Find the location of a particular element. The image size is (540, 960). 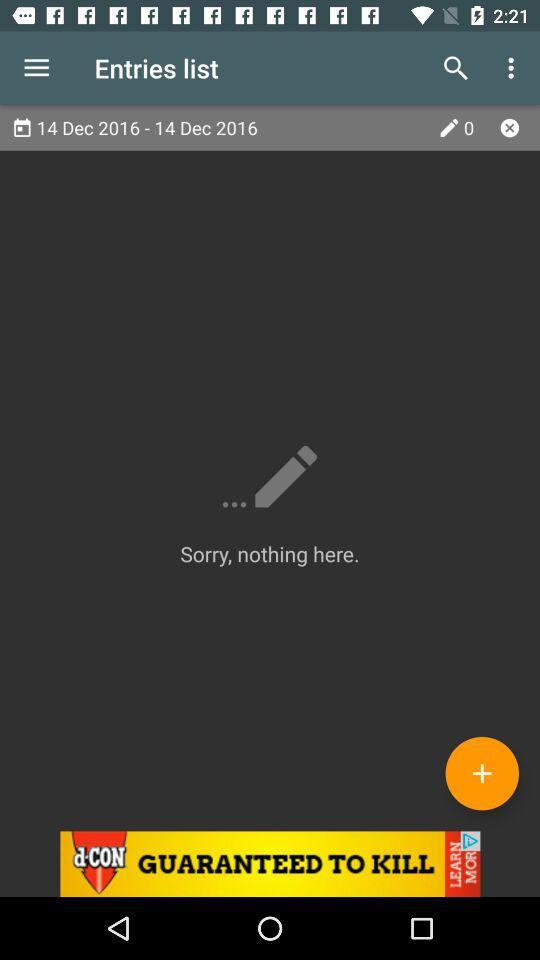

option is located at coordinates (509, 126).